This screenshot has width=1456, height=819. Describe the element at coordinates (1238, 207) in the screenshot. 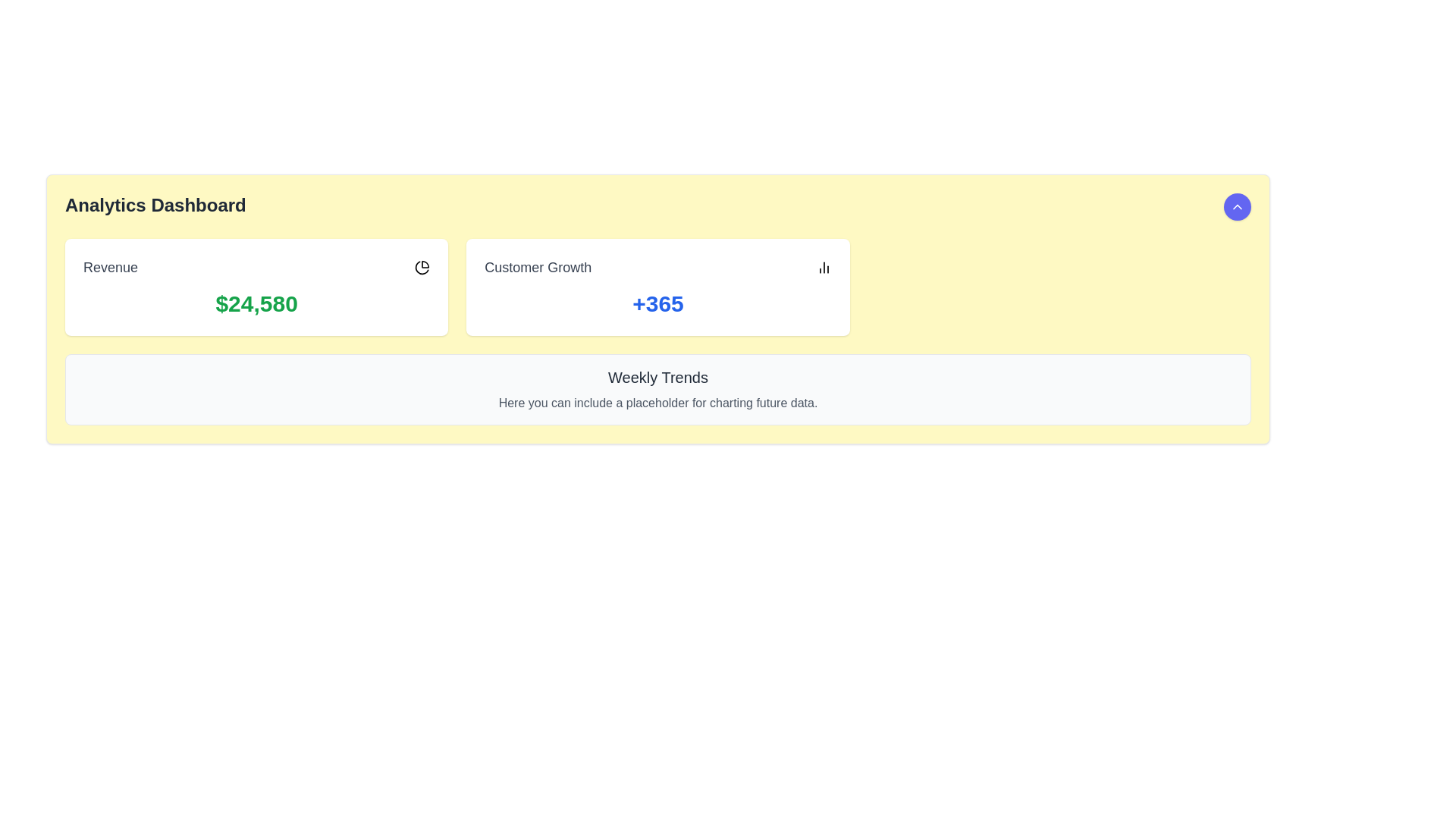

I see `the circular button icon located in the top-right corner of the interface, which serves as a visual indicator for expanding, collapsing, or moving upwards` at that location.